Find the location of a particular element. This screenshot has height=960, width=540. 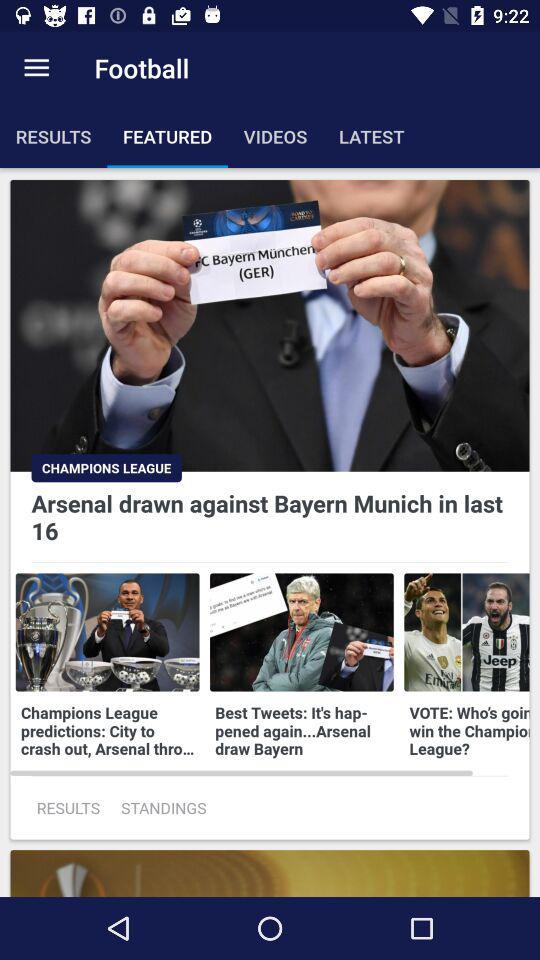

icon next to the football item is located at coordinates (36, 68).